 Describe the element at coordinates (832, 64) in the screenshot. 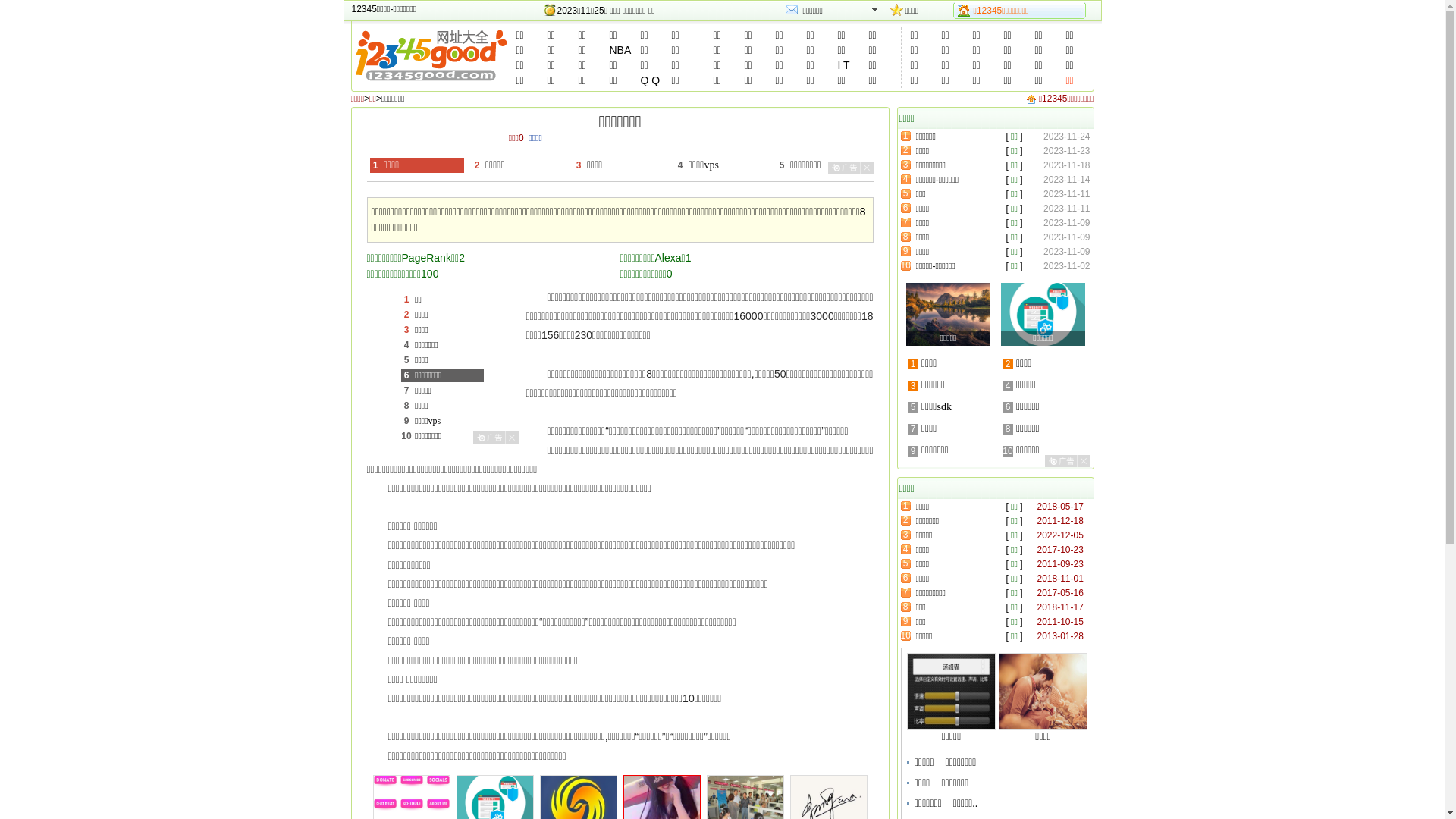

I see `'I T'` at that location.